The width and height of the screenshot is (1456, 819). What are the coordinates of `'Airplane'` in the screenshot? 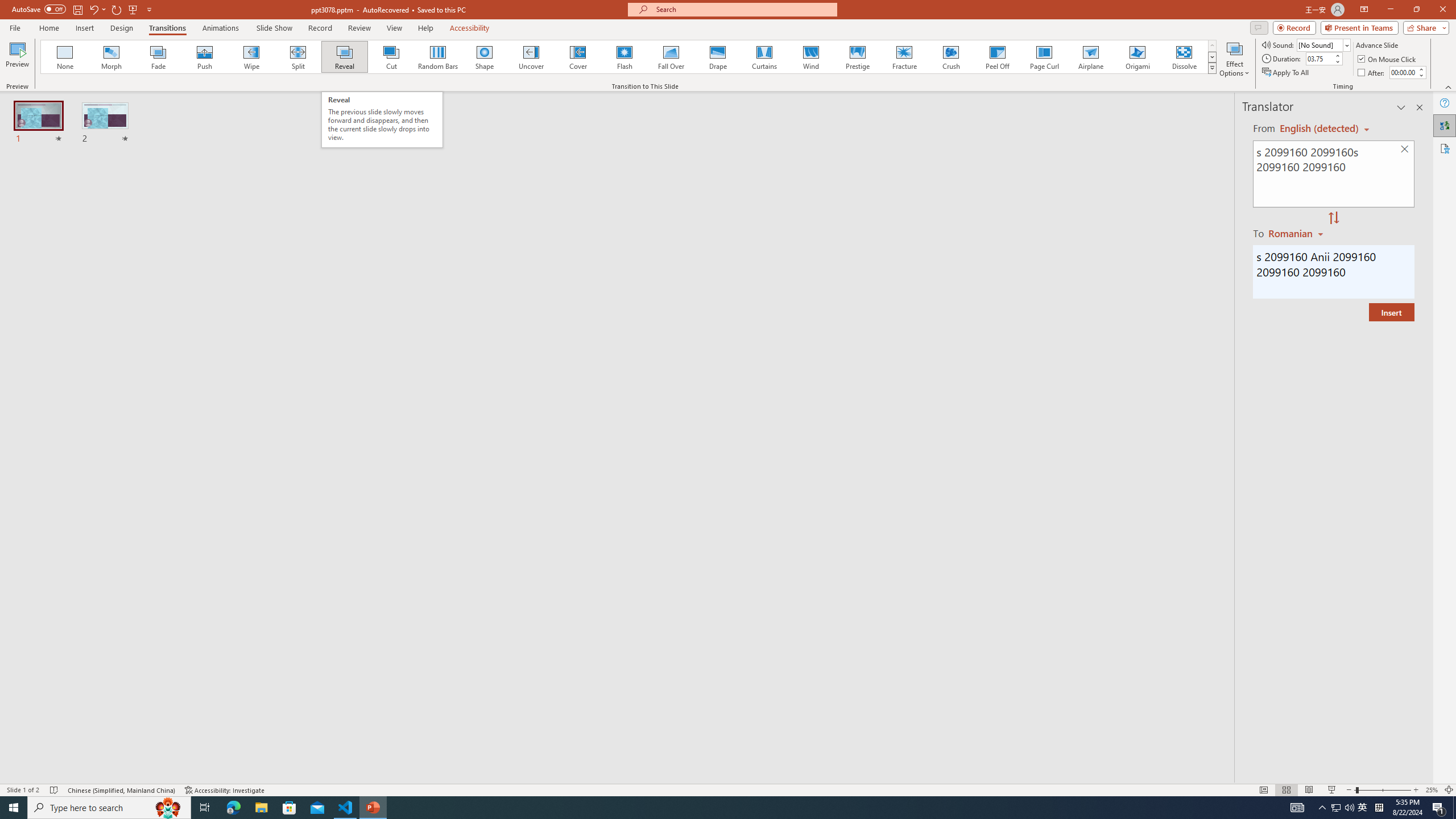 It's located at (1090, 56).